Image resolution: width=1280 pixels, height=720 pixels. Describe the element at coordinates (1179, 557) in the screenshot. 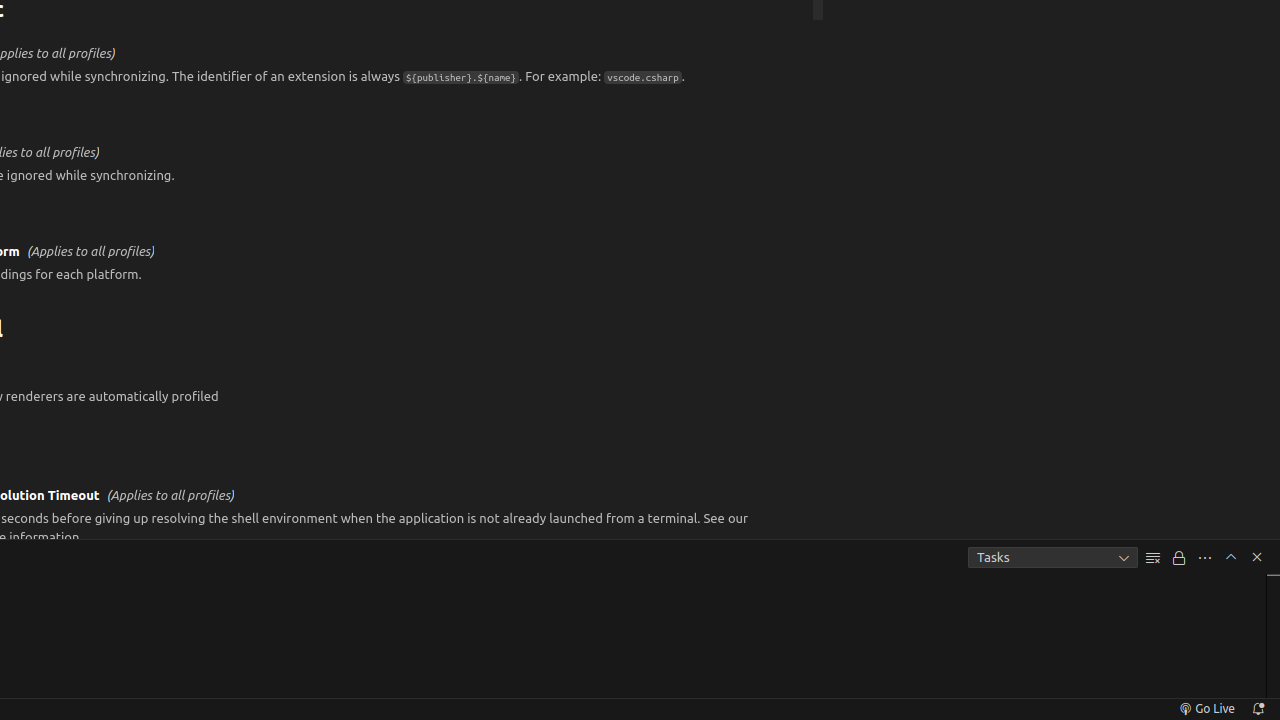

I see `'Turn Auto Scrolling Off'` at that location.